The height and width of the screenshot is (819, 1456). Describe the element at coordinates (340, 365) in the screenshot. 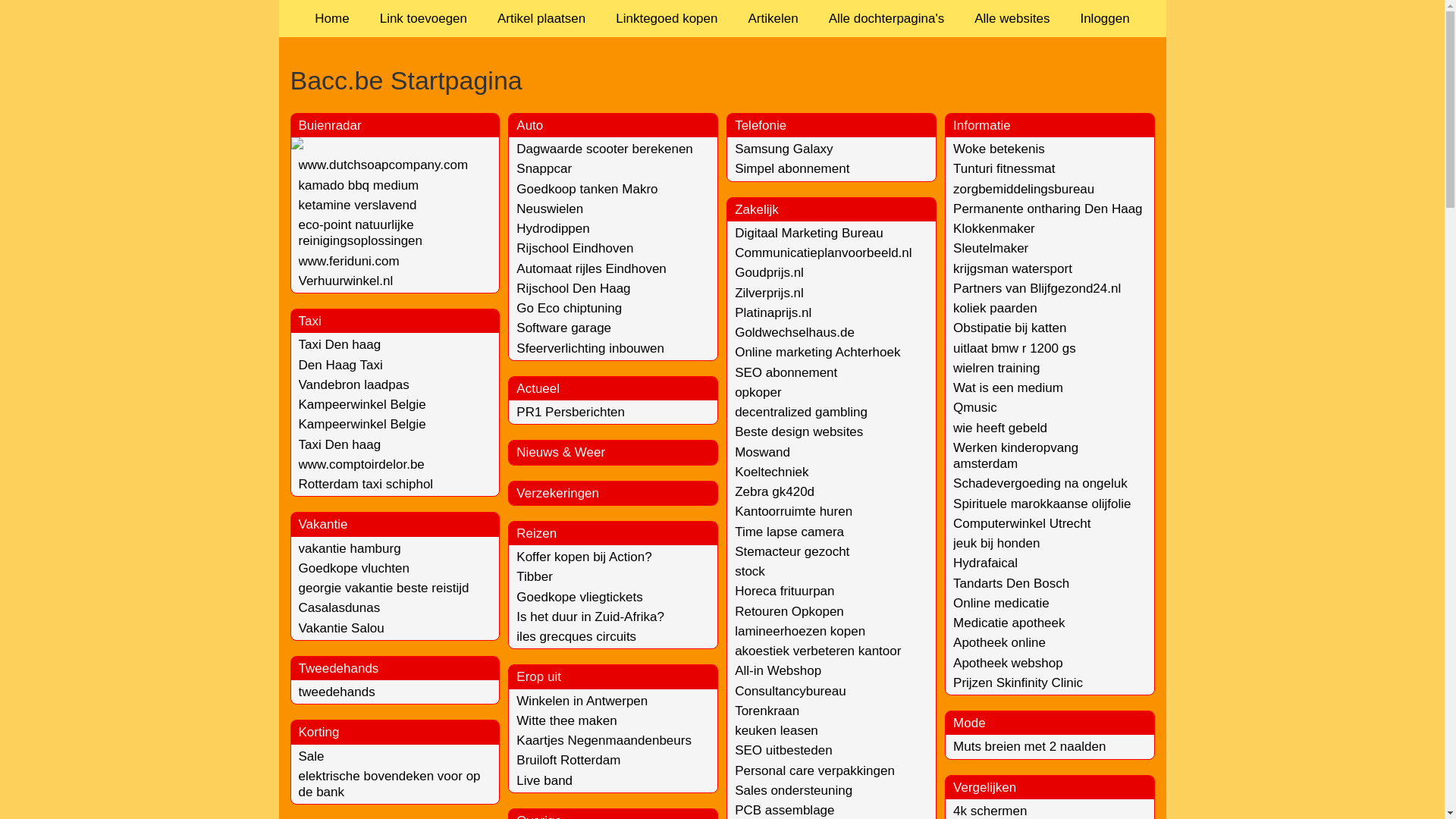

I see `'Den Haag Taxi'` at that location.